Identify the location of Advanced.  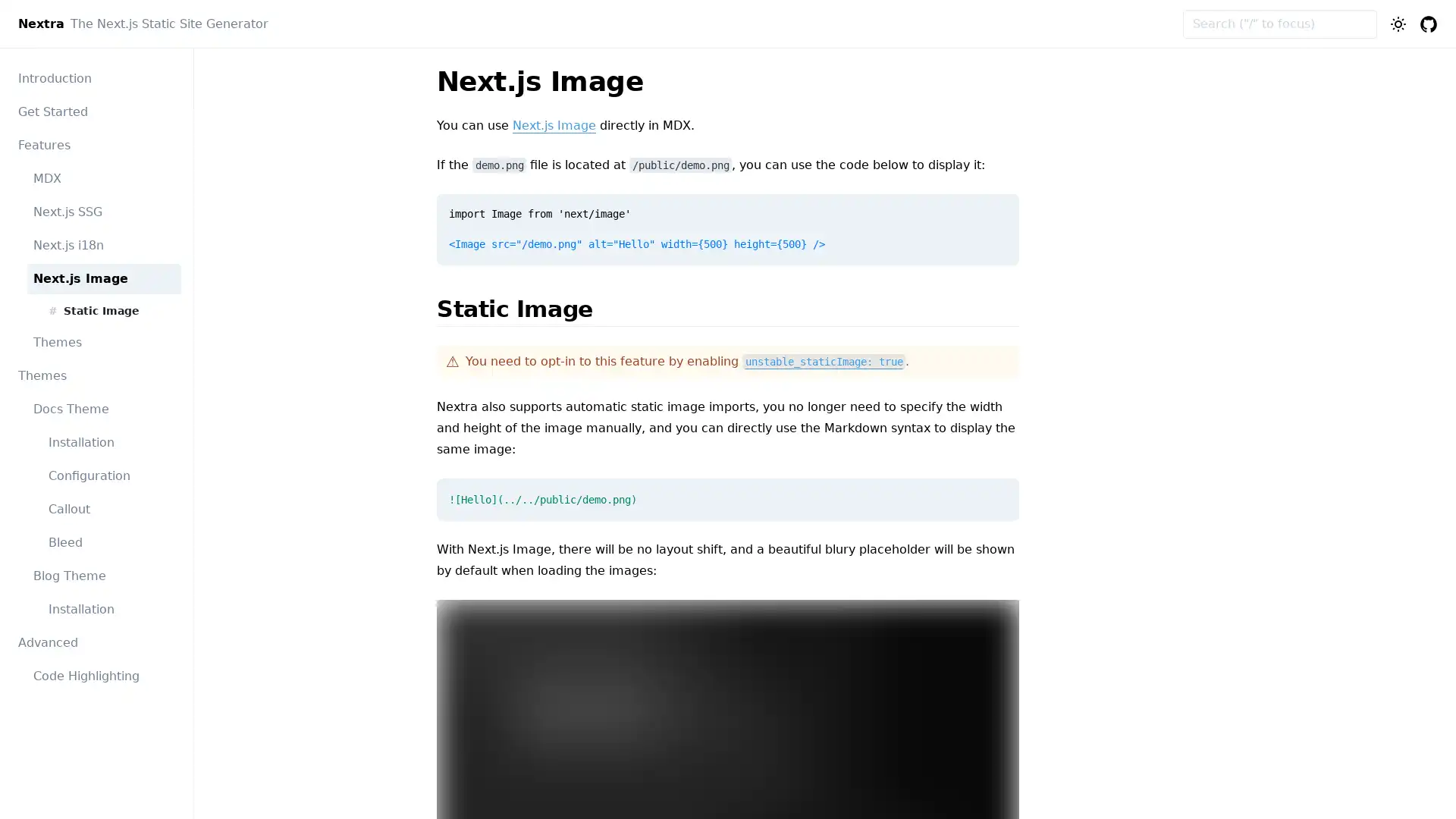
(96, 643).